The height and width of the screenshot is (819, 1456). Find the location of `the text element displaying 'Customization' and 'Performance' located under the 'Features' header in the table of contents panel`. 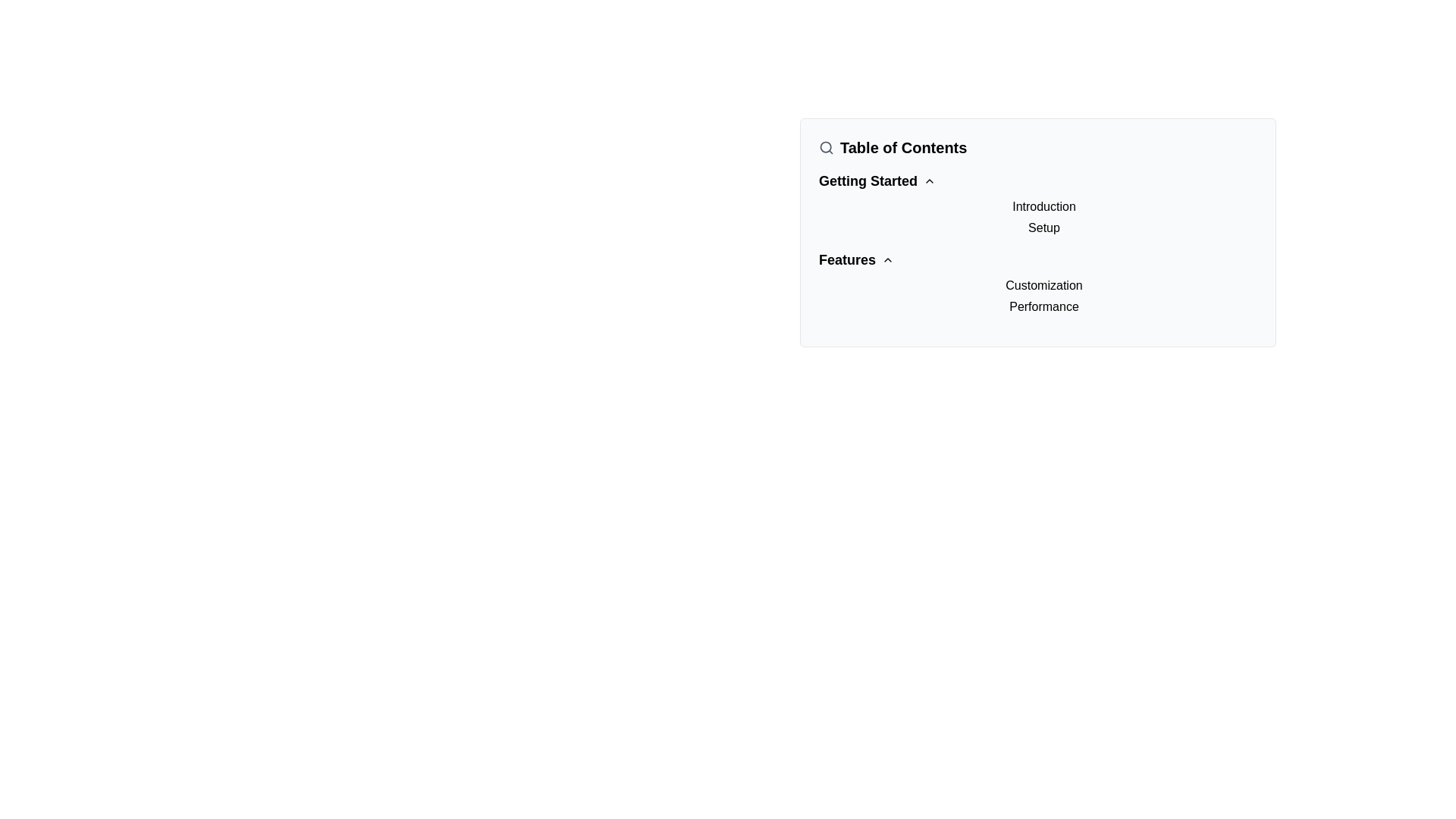

the text element displaying 'Customization' and 'Performance' located under the 'Features' header in the table of contents panel is located at coordinates (1037, 296).